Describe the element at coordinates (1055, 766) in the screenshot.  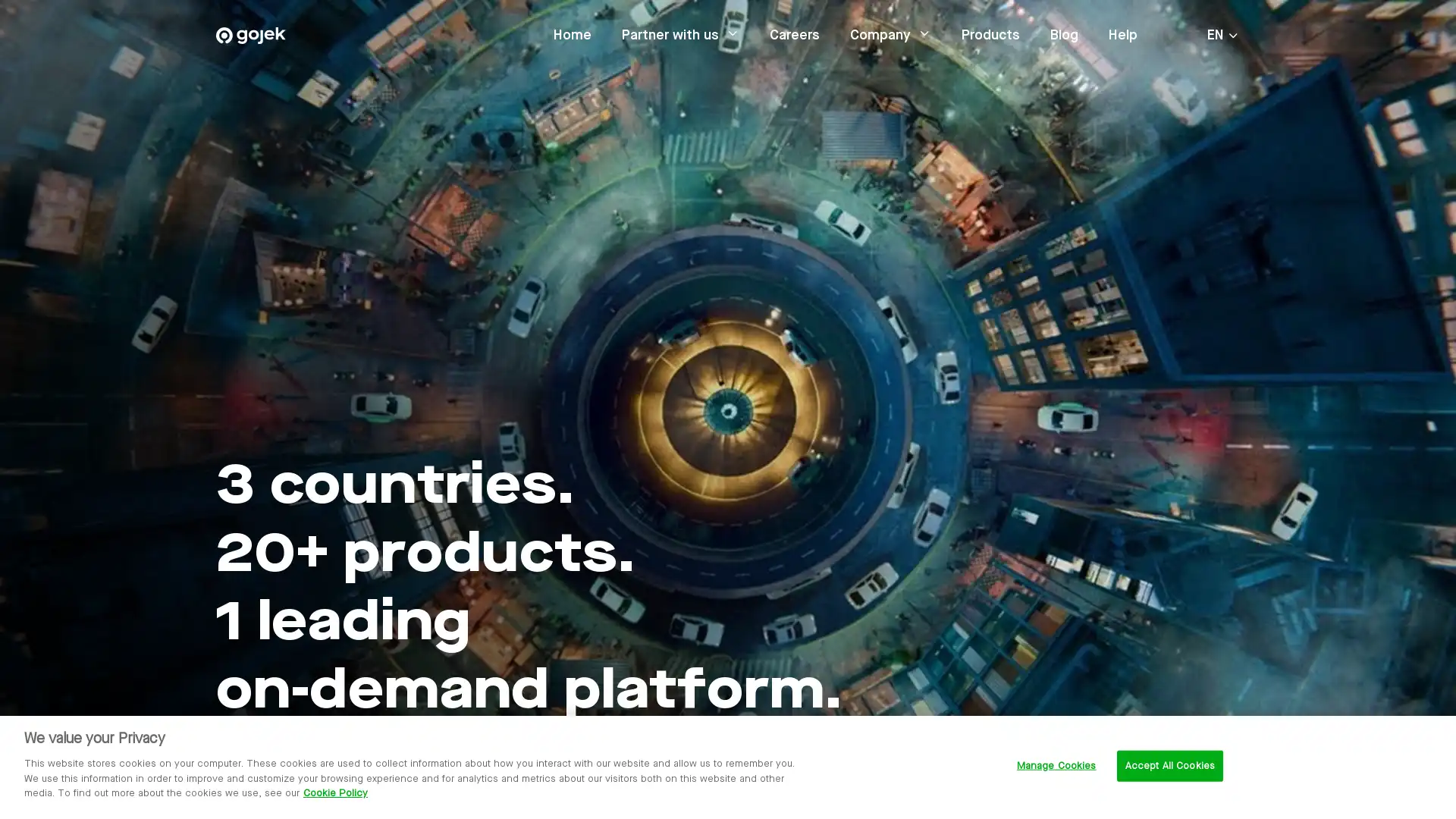
I see `Manage Cookies` at that location.